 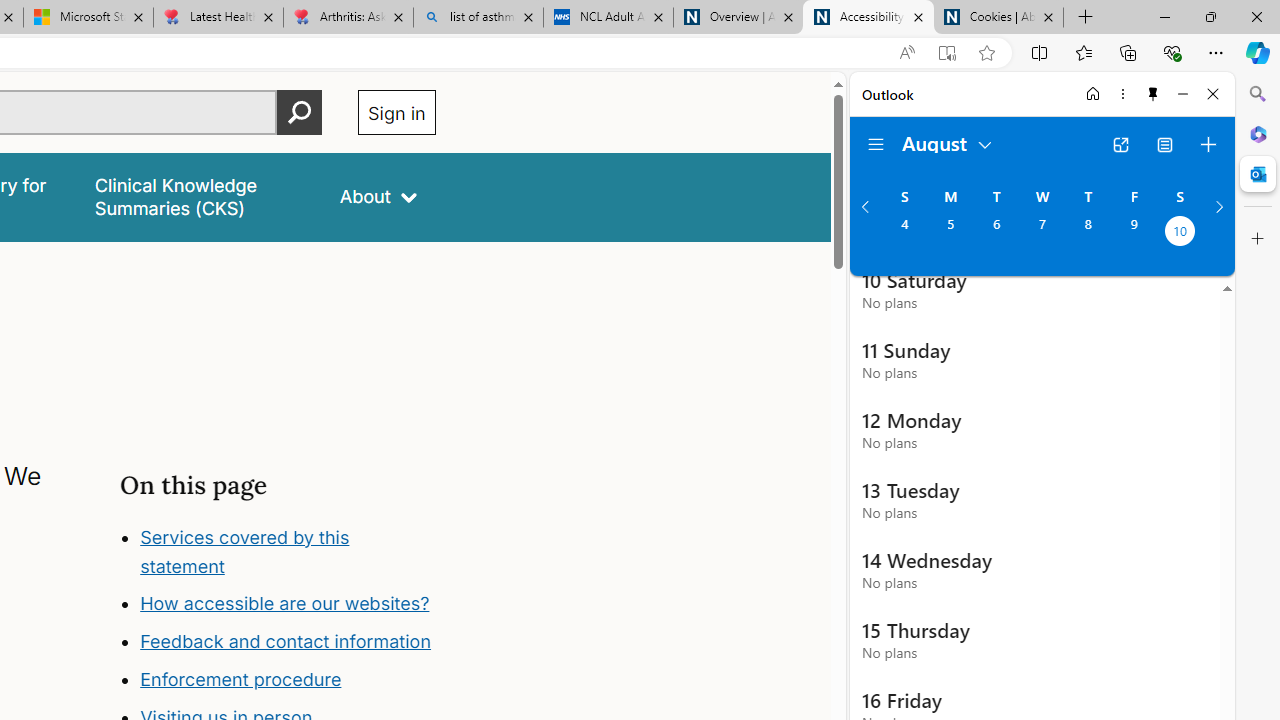 What do you see at coordinates (477, 17) in the screenshot?
I see `'list of asthma inhalers uk - Search'` at bounding box center [477, 17].